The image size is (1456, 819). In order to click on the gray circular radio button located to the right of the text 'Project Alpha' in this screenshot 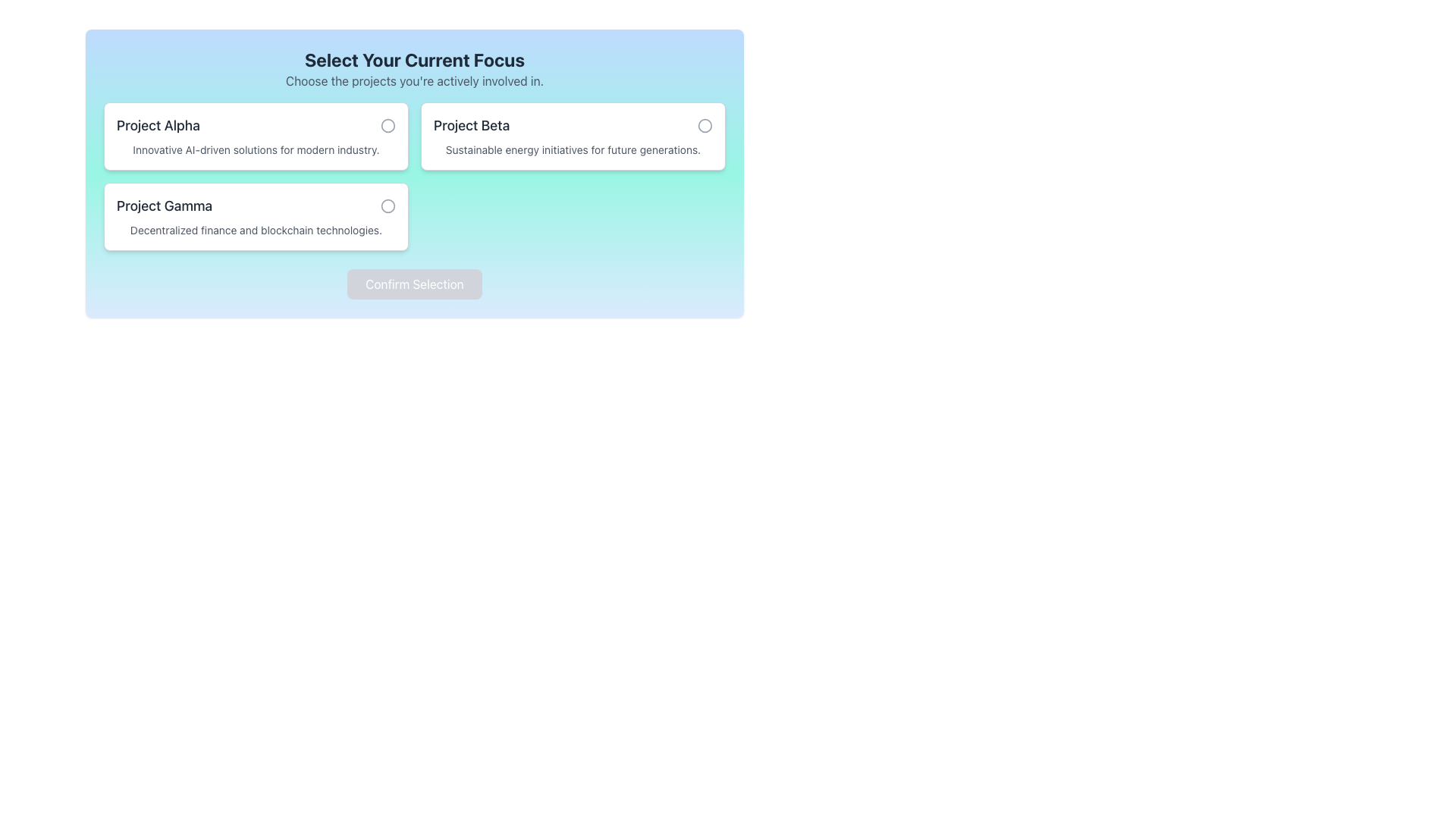, I will do `click(388, 124)`.